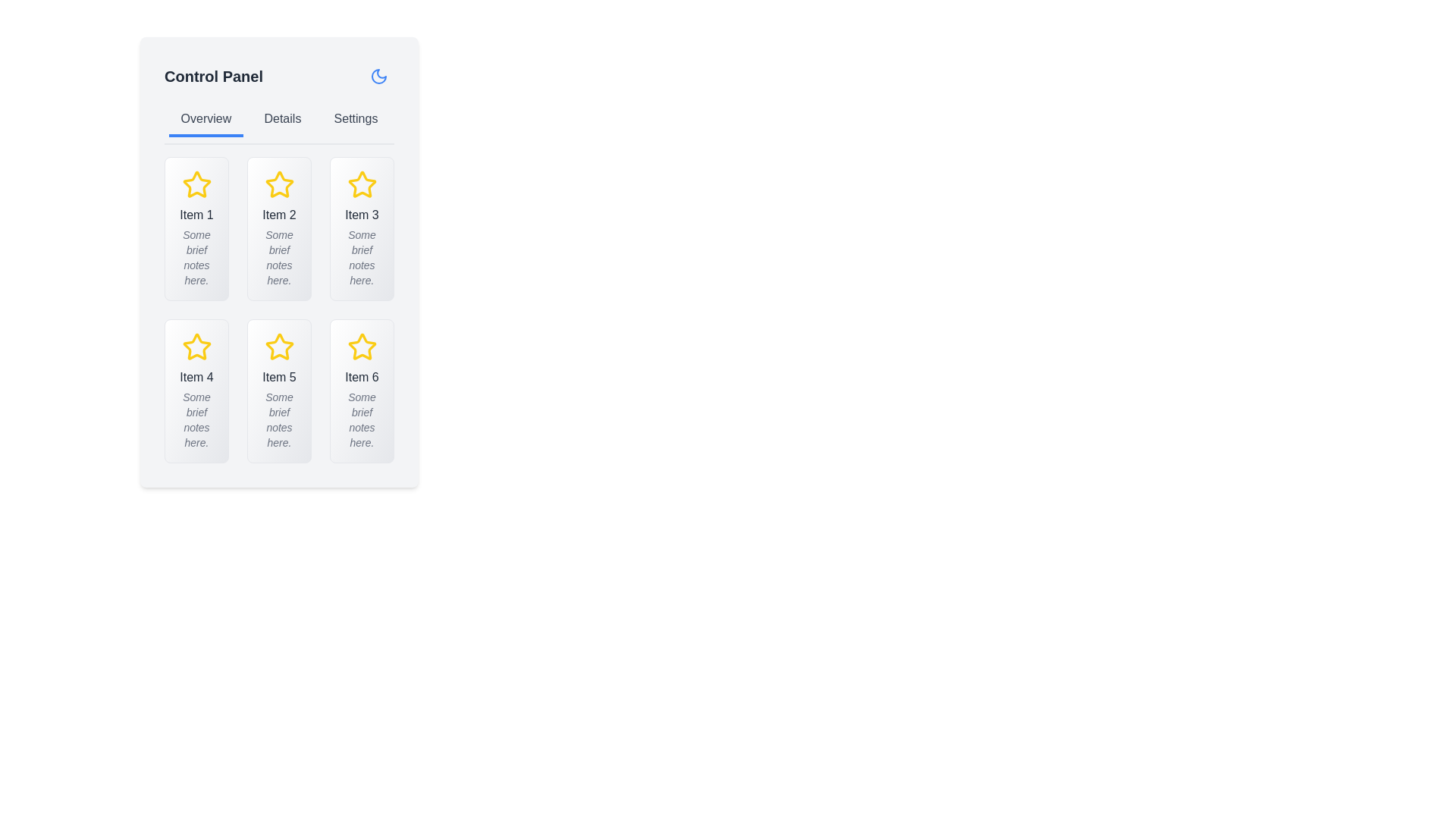 This screenshot has width=1456, height=819. What do you see at coordinates (279, 256) in the screenshot?
I see `the static text element that displays 'Some brief notes here.' styled in small italicized gray font, located directly below the title 'Item 2' in the second column of a grid layout` at bounding box center [279, 256].